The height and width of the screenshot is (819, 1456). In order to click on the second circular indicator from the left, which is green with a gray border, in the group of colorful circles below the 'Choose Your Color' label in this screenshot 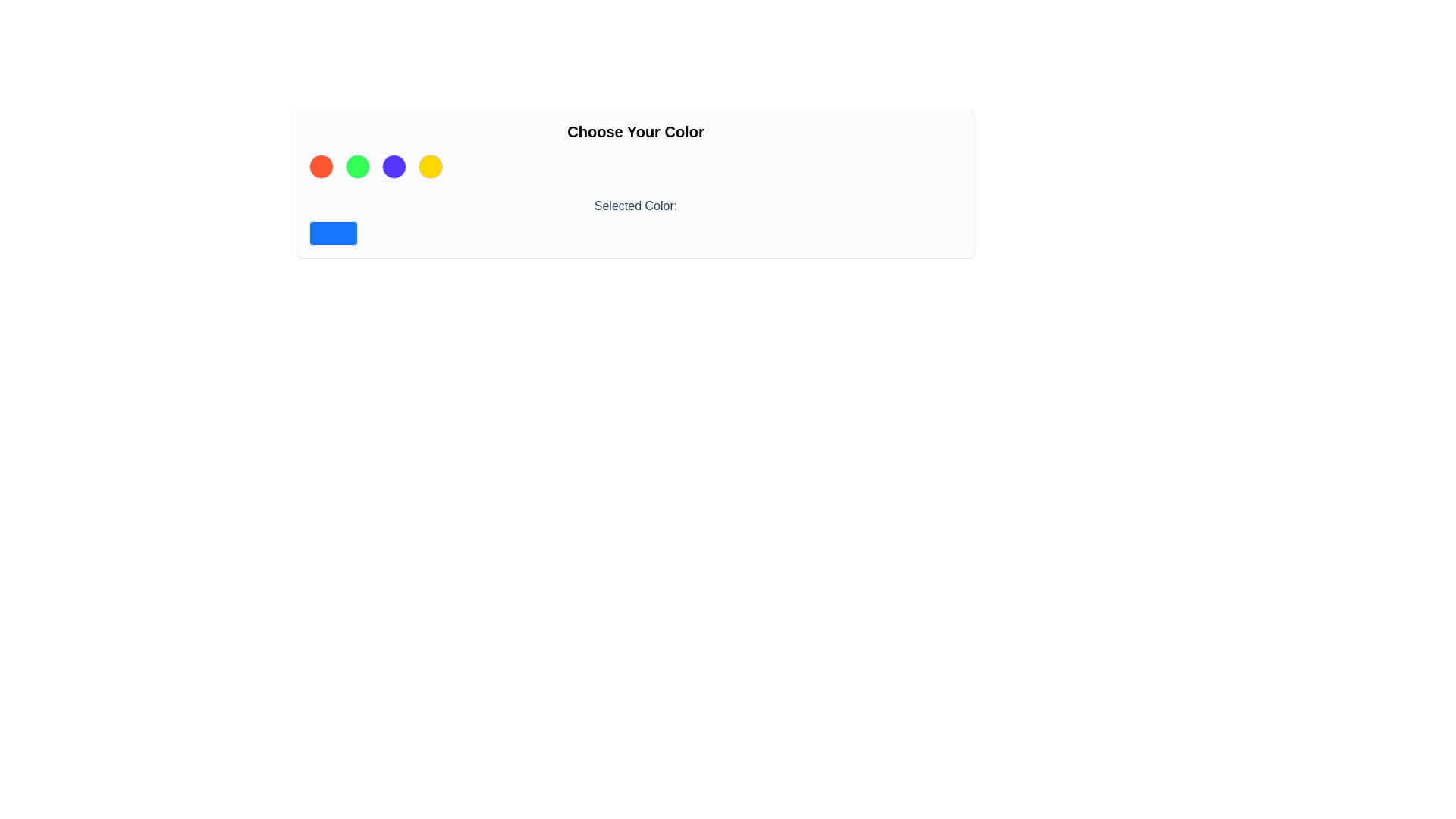, I will do `click(356, 166)`.